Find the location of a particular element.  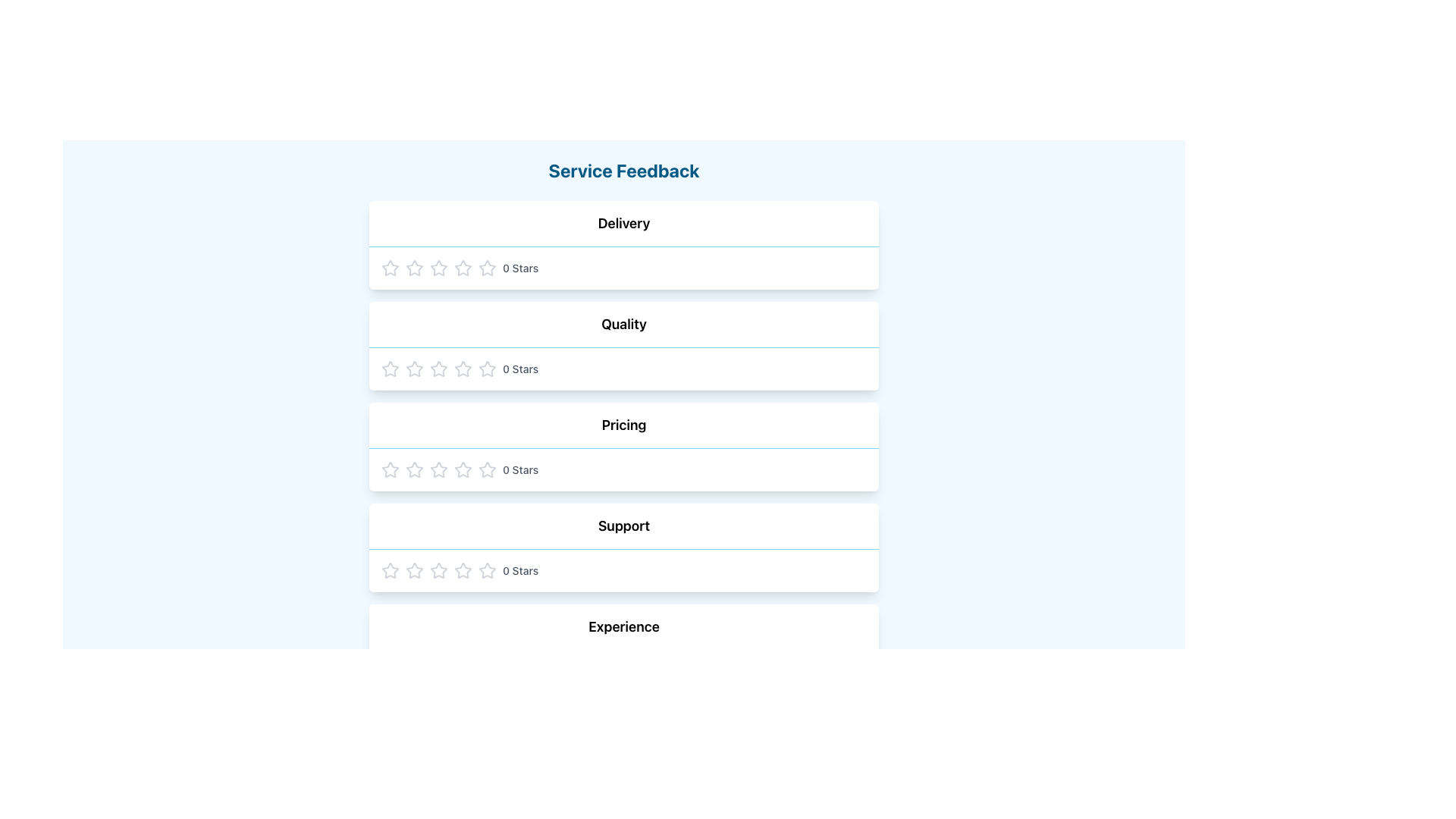

the first hollow star icon is located at coordinates (390, 369).